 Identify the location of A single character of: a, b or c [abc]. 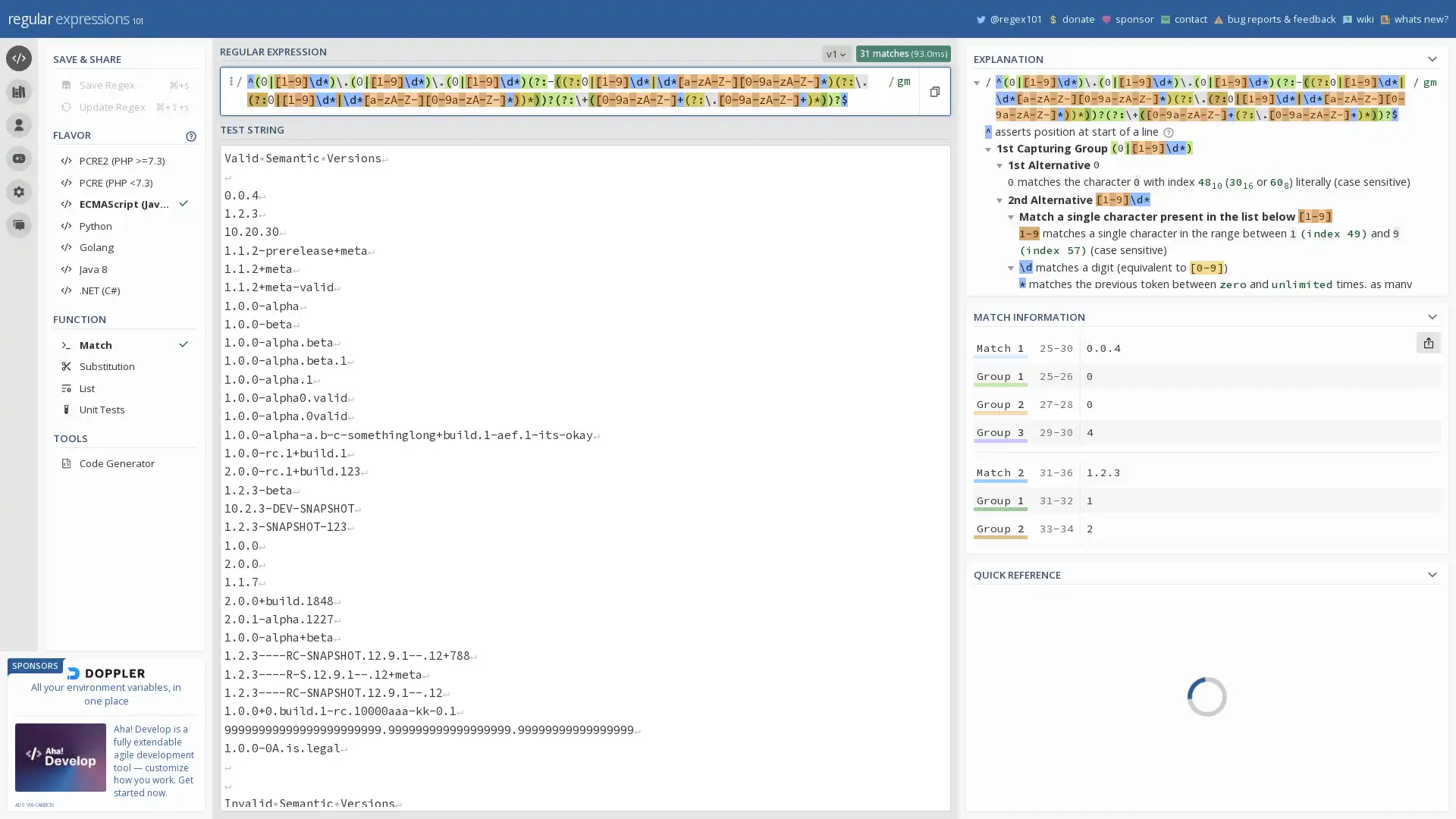
(1282, 599).